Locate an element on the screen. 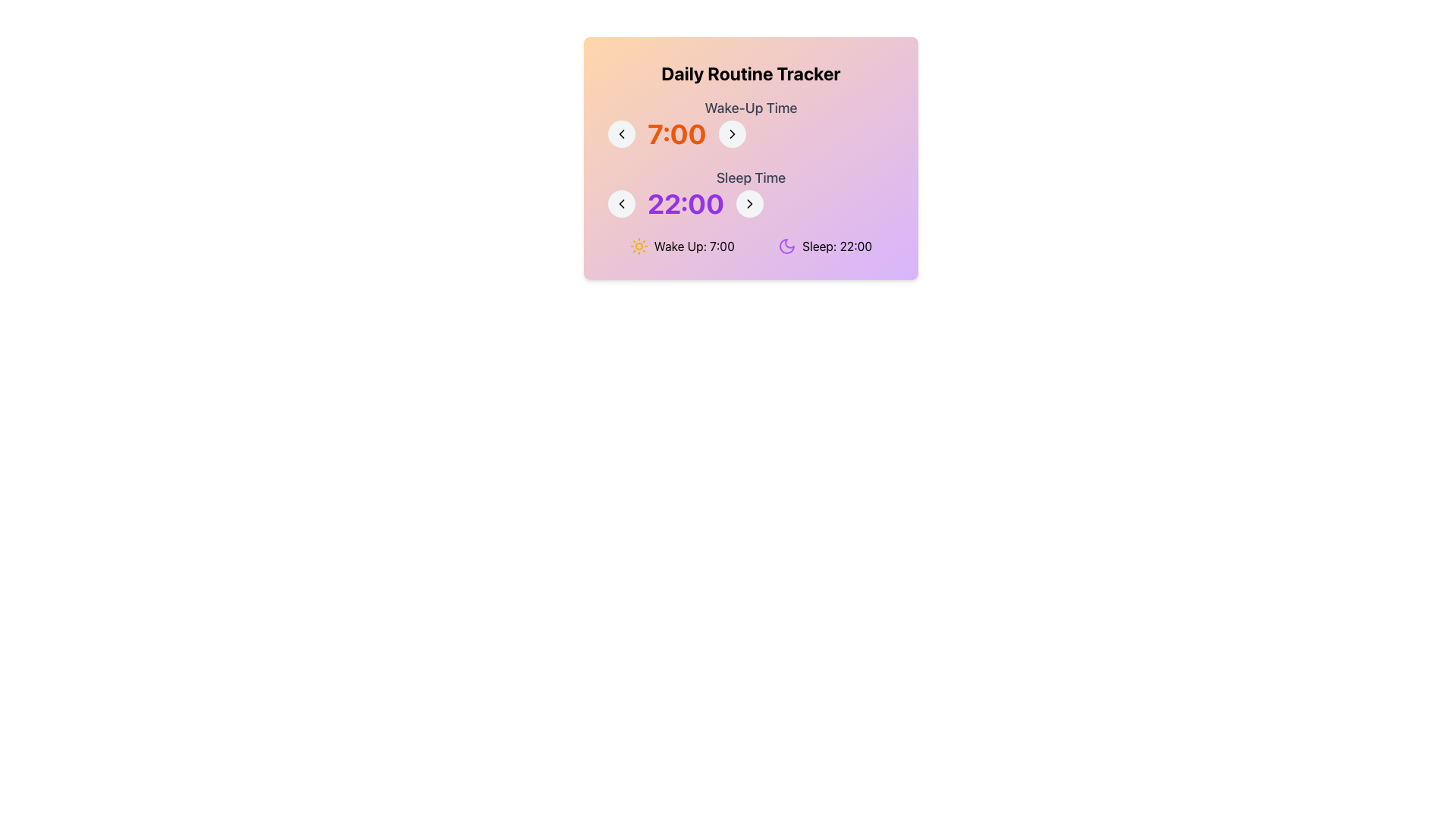 The width and height of the screenshot is (1456, 819). the chevron icon located to the right of the '22:00' text within the circular button in the 'Sleep Time' section is located at coordinates (732, 133).